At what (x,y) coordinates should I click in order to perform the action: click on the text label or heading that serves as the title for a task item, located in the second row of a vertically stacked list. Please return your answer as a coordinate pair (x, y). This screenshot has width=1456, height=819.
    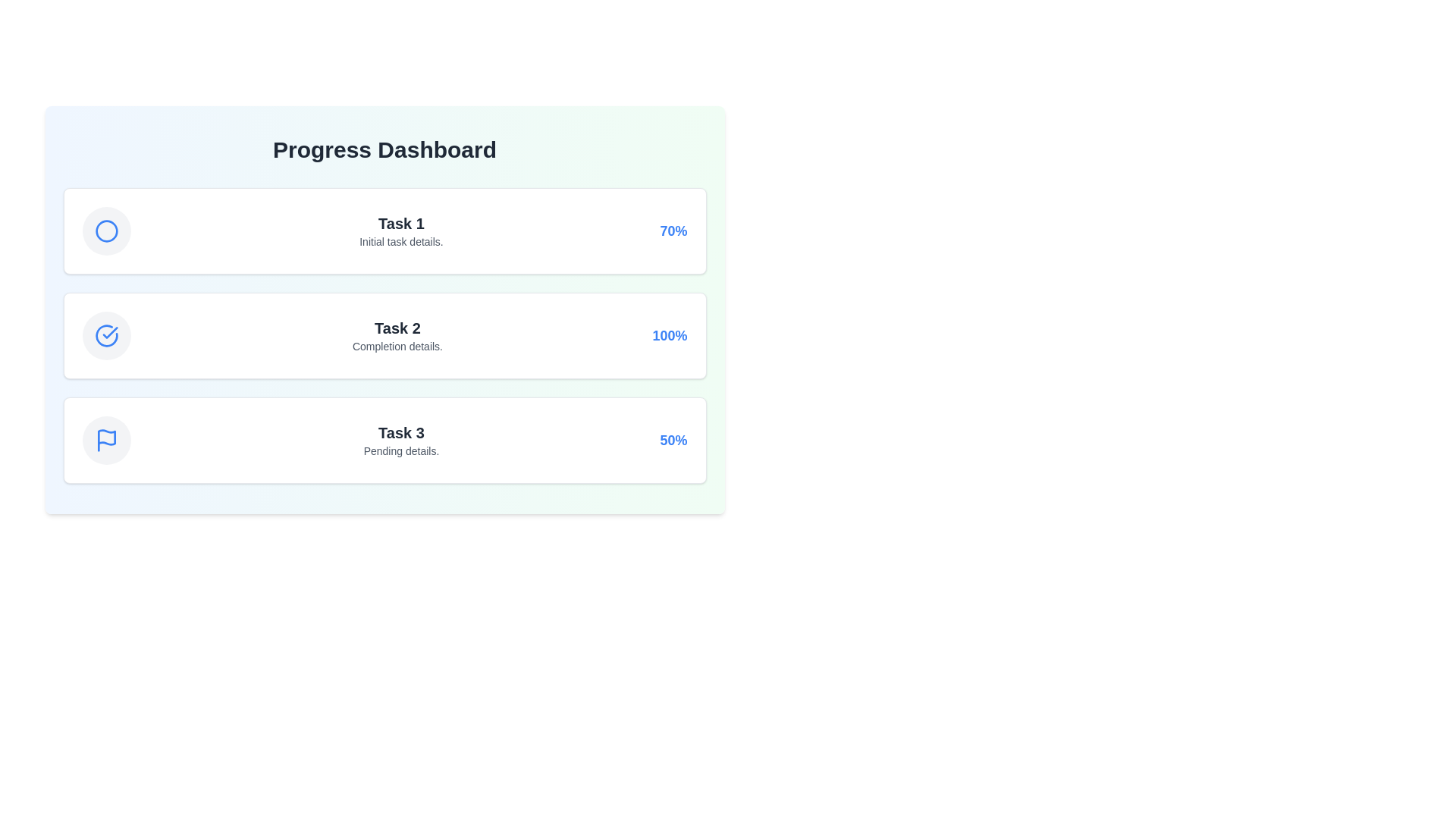
    Looking at the image, I should click on (397, 327).